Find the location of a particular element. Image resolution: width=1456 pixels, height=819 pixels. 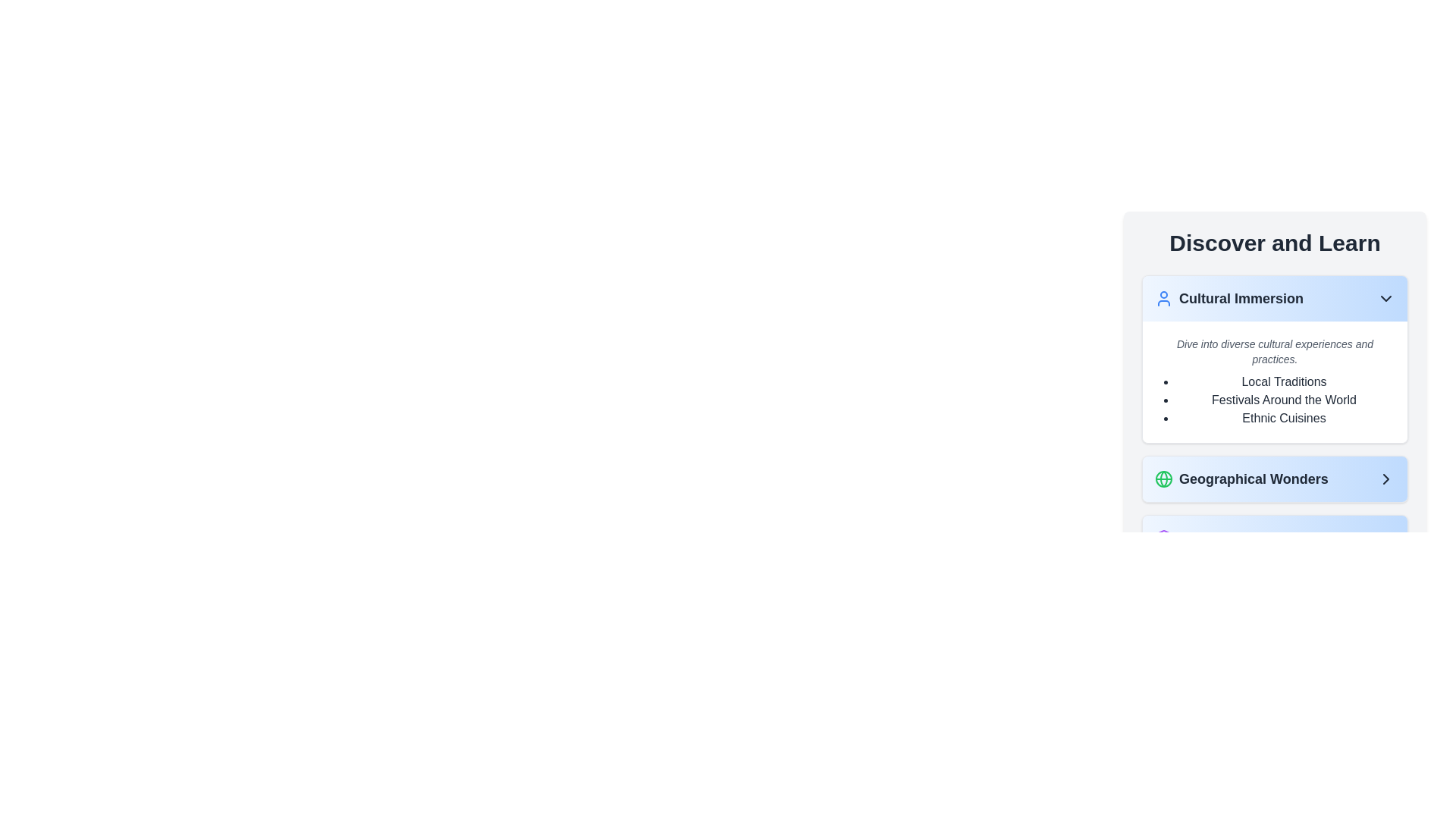

the 'Geographical Wonders' navigation link or label is located at coordinates (1241, 479).